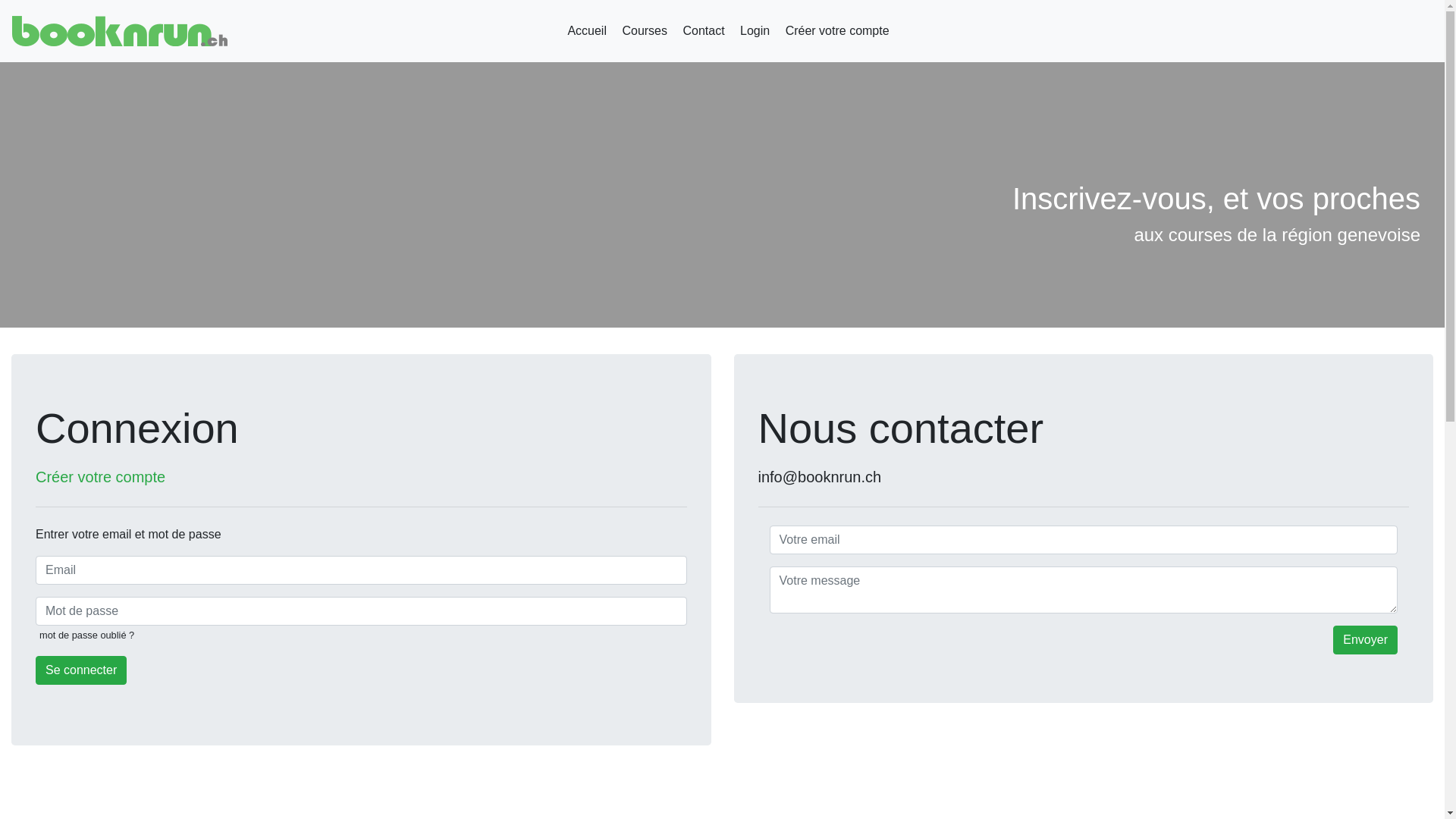 This screenshot has width=1456, height=819. Describe the element at coordinates (644, 31) in the screenshot. I see `'Courses'` at that location.